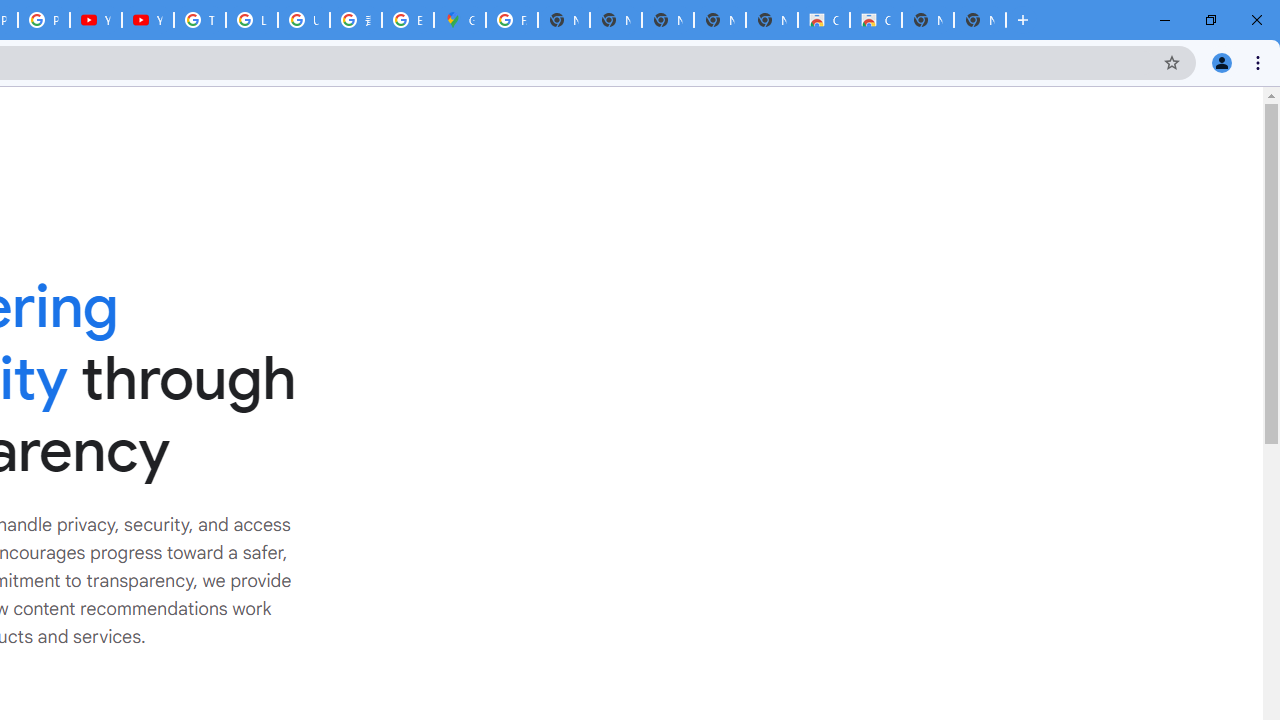  Describe the element at coordinates (459, 20) in the screenshot. I see `'Google Maps'` at that location.